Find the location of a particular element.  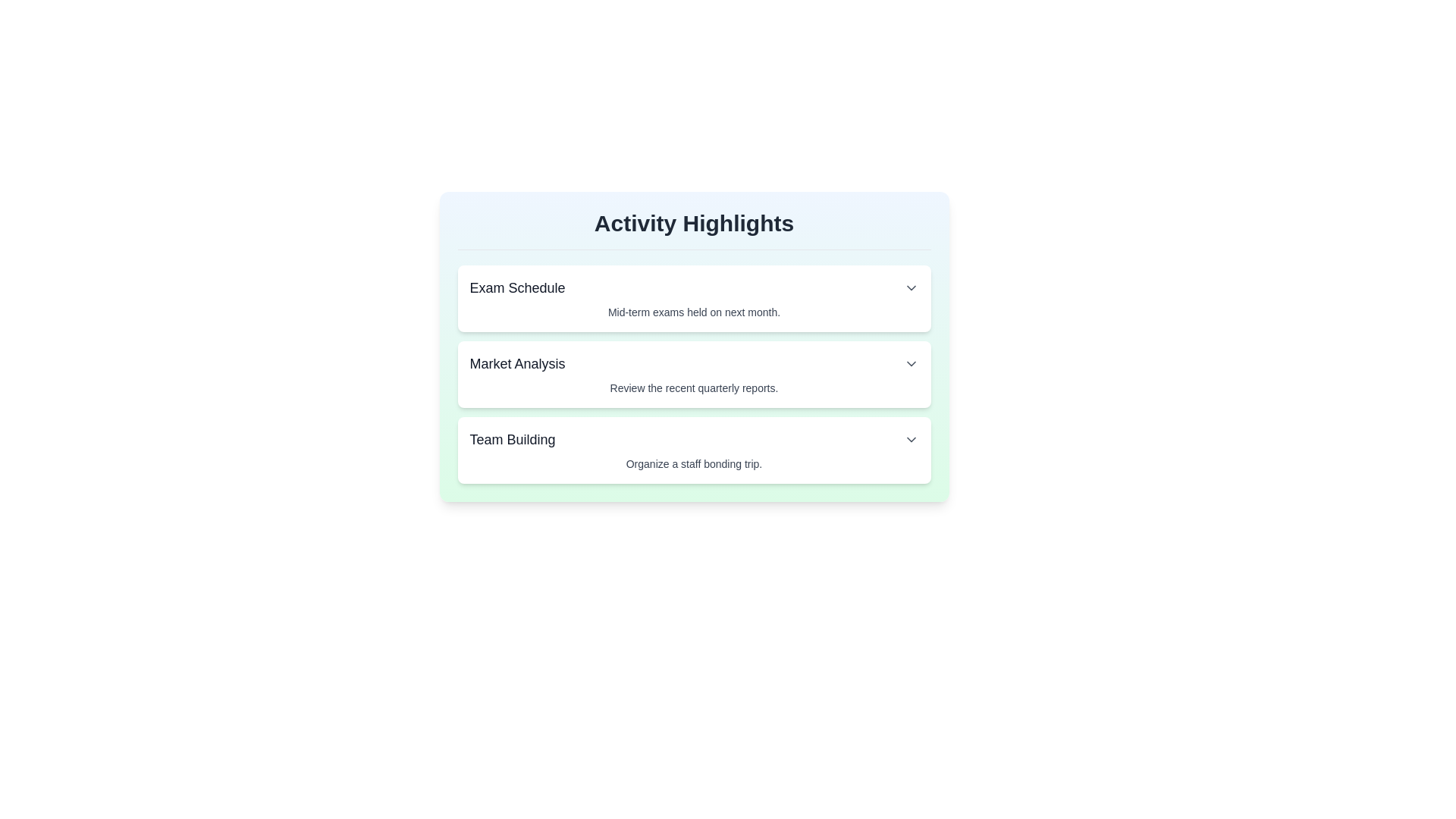

the item titled Team Building is located at coordinates (693, 450).